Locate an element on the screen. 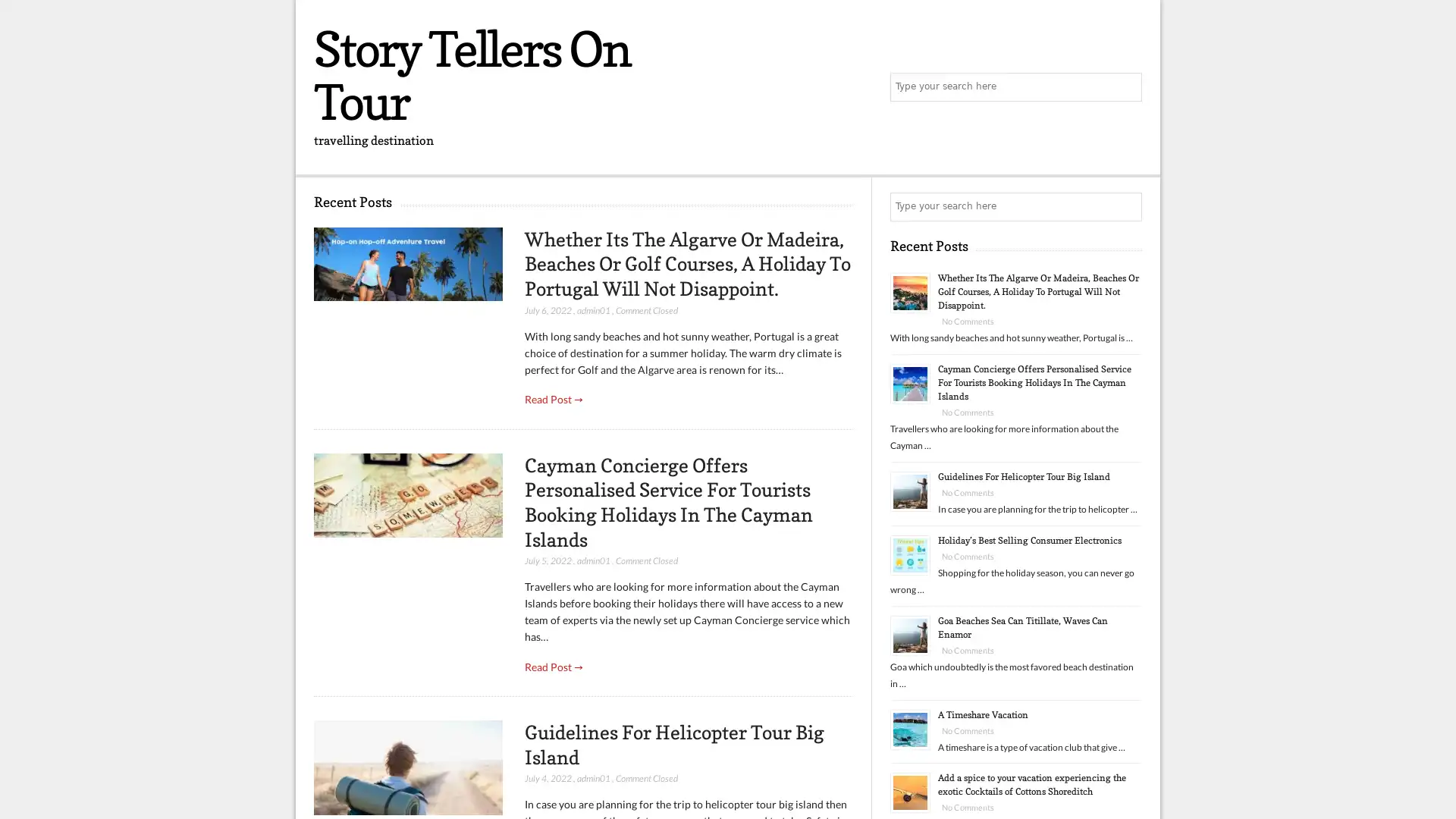  Search is located at coordinates (1126, 87).